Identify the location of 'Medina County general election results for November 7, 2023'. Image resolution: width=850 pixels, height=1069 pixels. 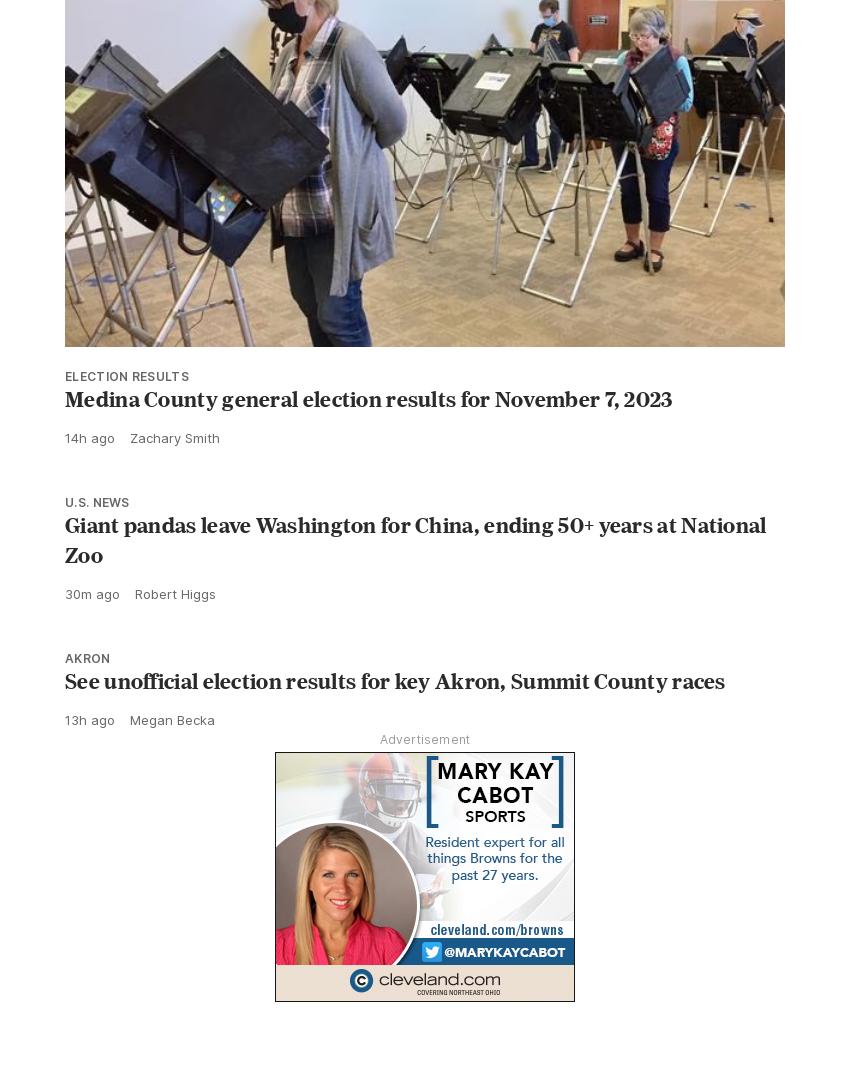
(367, 398).